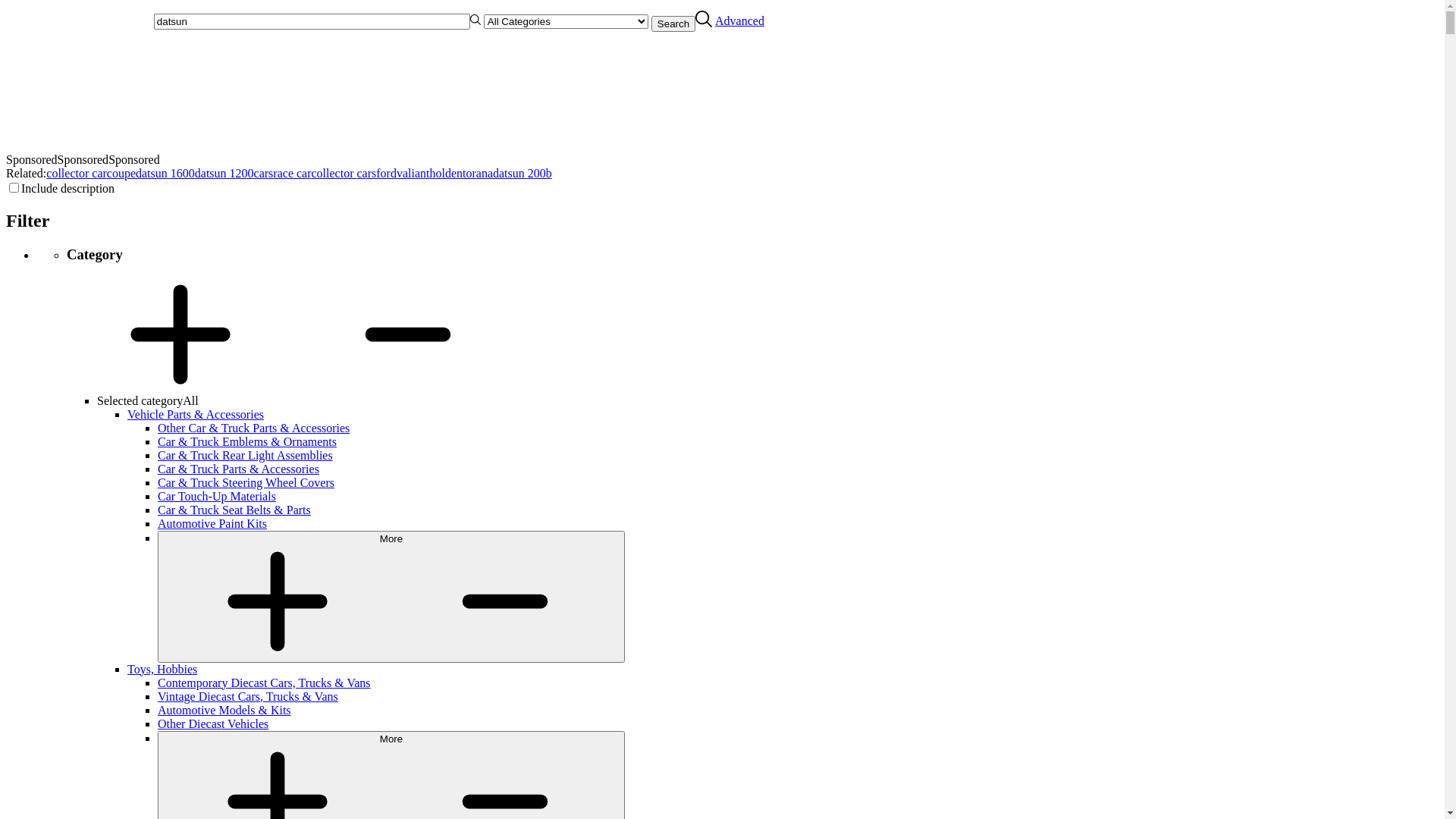 The image size is (1456, 819). I want to click on 'Vehicle Parts & Accessories', so click(195, 414).